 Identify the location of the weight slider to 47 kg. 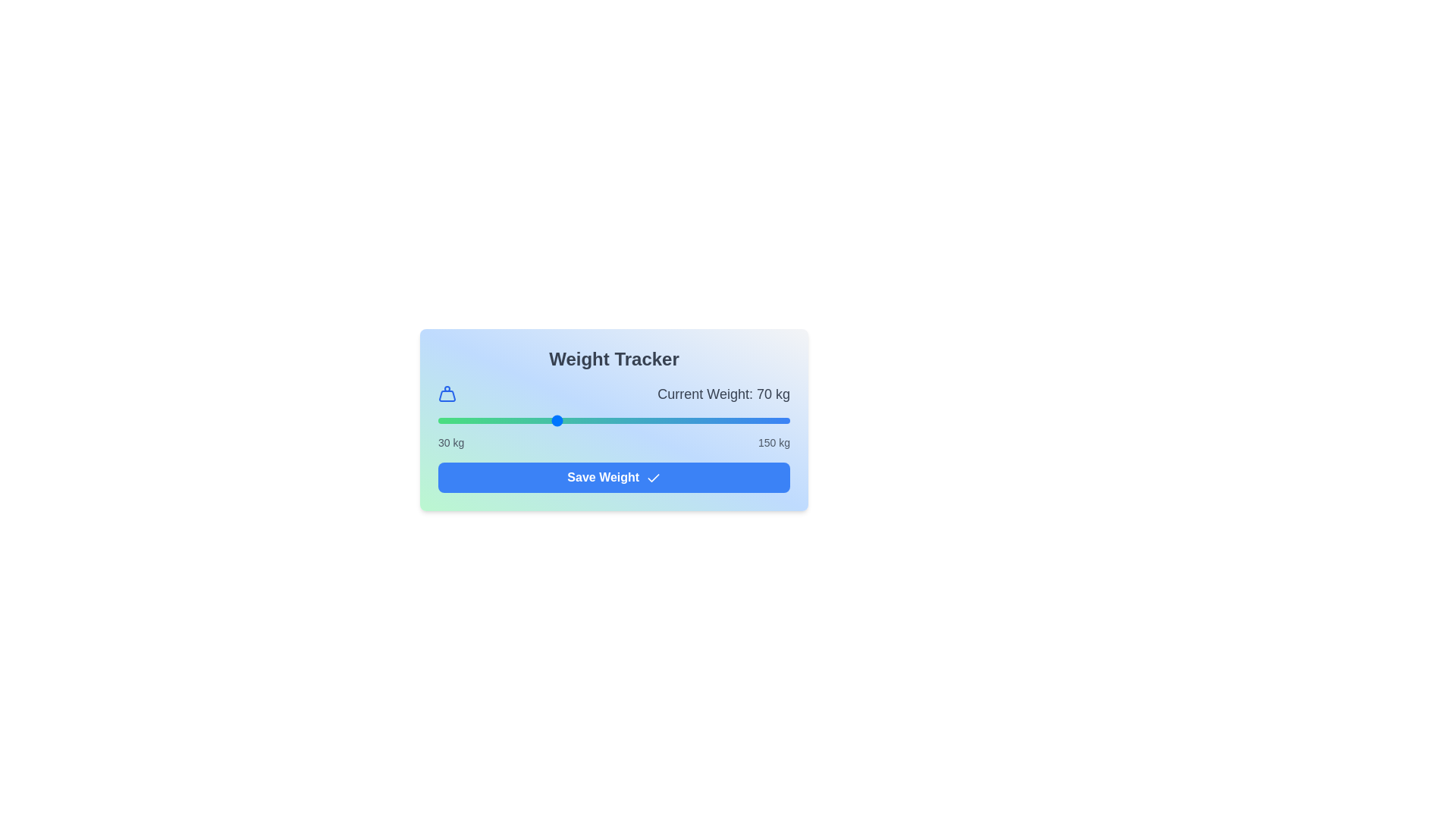
(488, 421).